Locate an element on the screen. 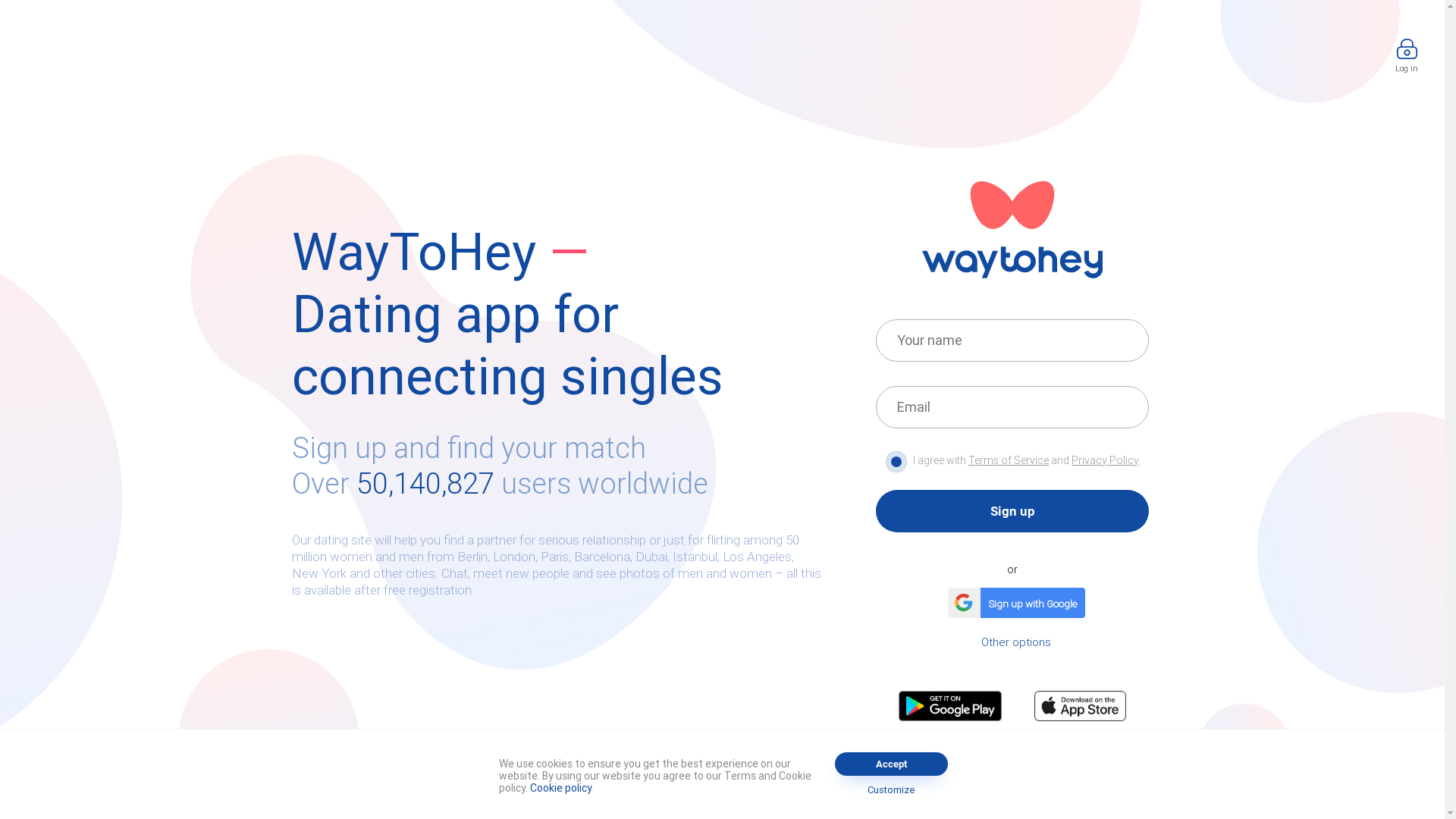 This screenshot has height=819, width=1456. 'Cookie policy' is located at coordinates (560, 786).